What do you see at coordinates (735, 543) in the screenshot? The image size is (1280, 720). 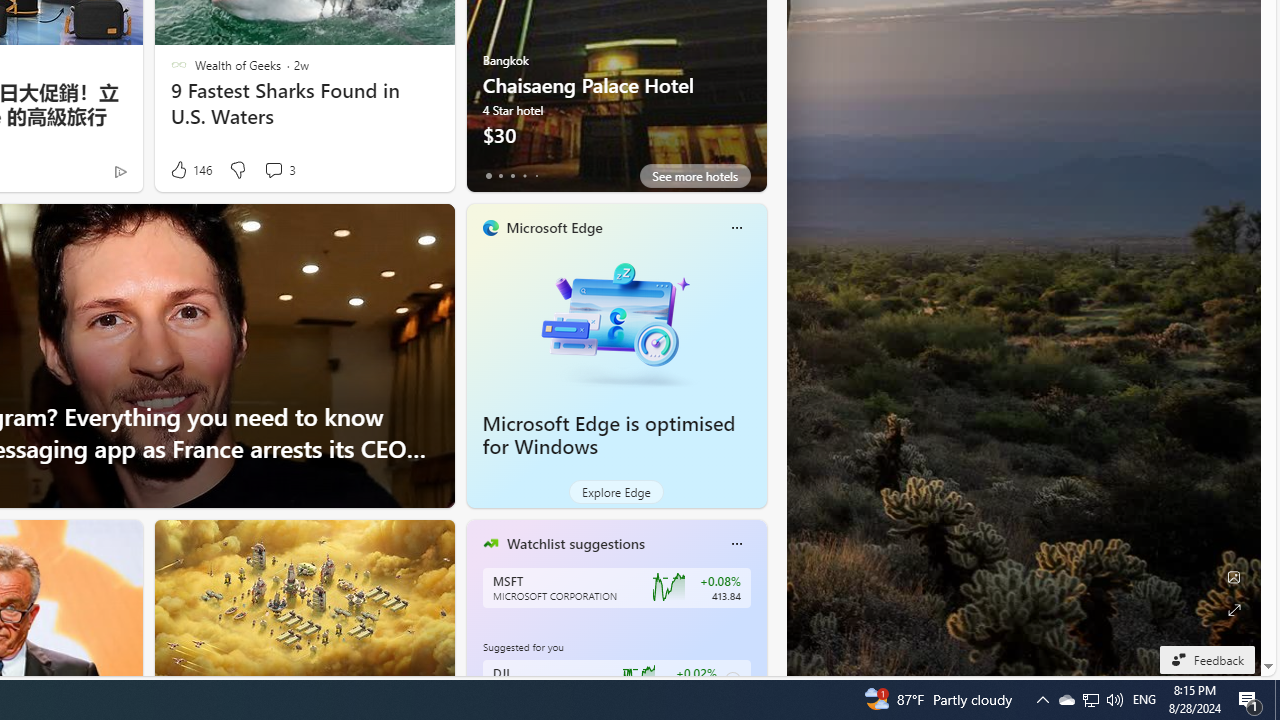 I see `'Class: icon-img'` at bounding box center [735, 543].